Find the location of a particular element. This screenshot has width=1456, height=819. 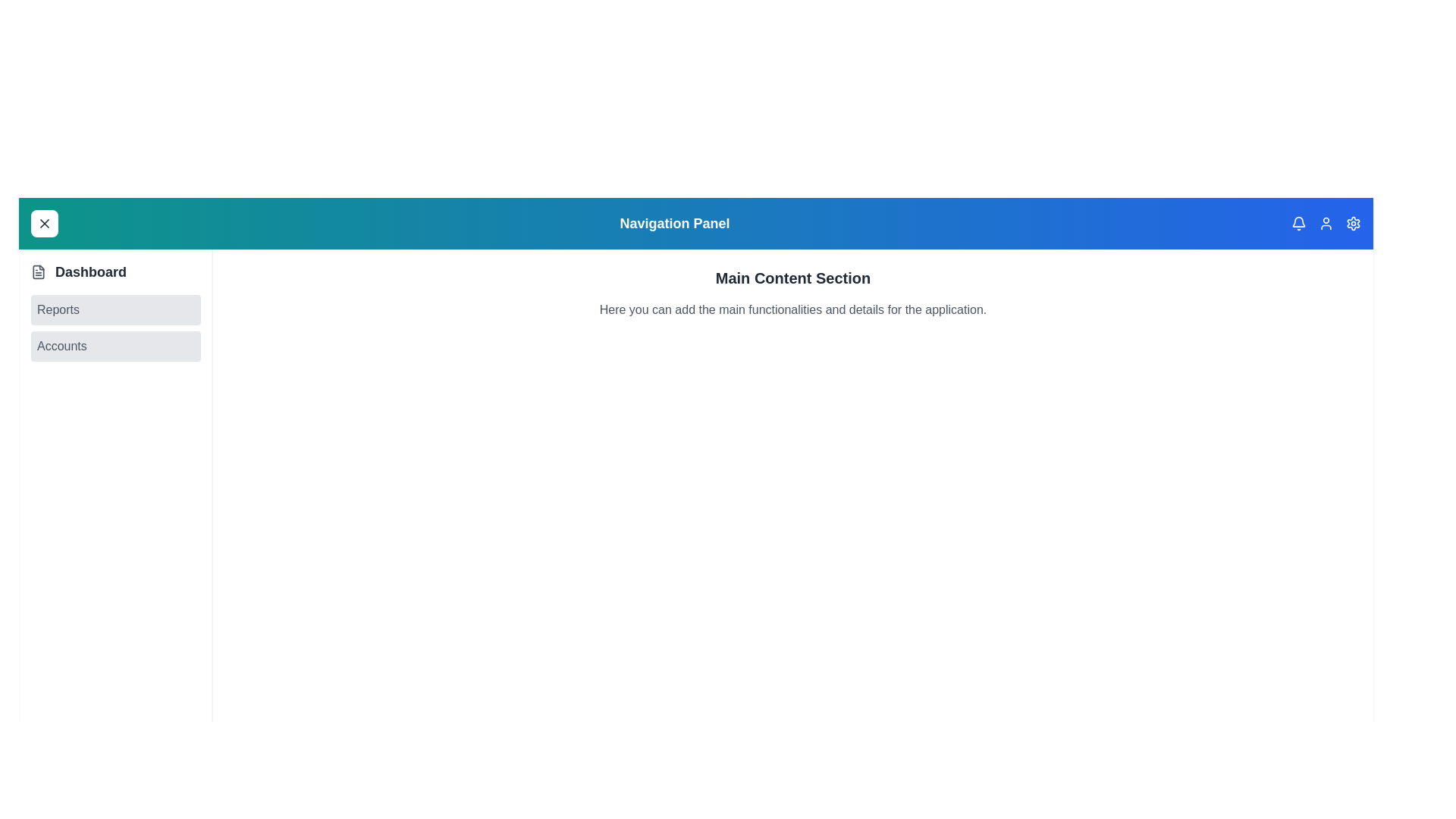

the user profile icon located in the top-right corner of the navigation bar is located at coordinates (1325, 223).